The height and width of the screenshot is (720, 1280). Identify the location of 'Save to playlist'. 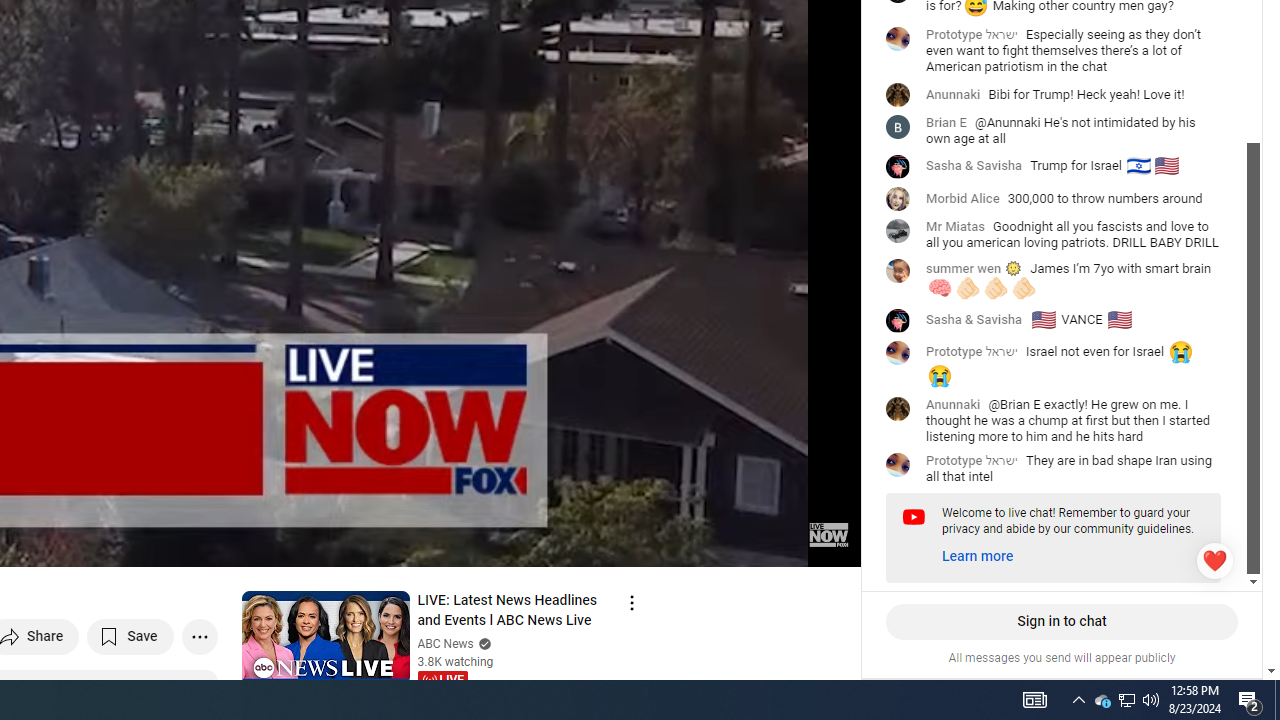
(129, 636).